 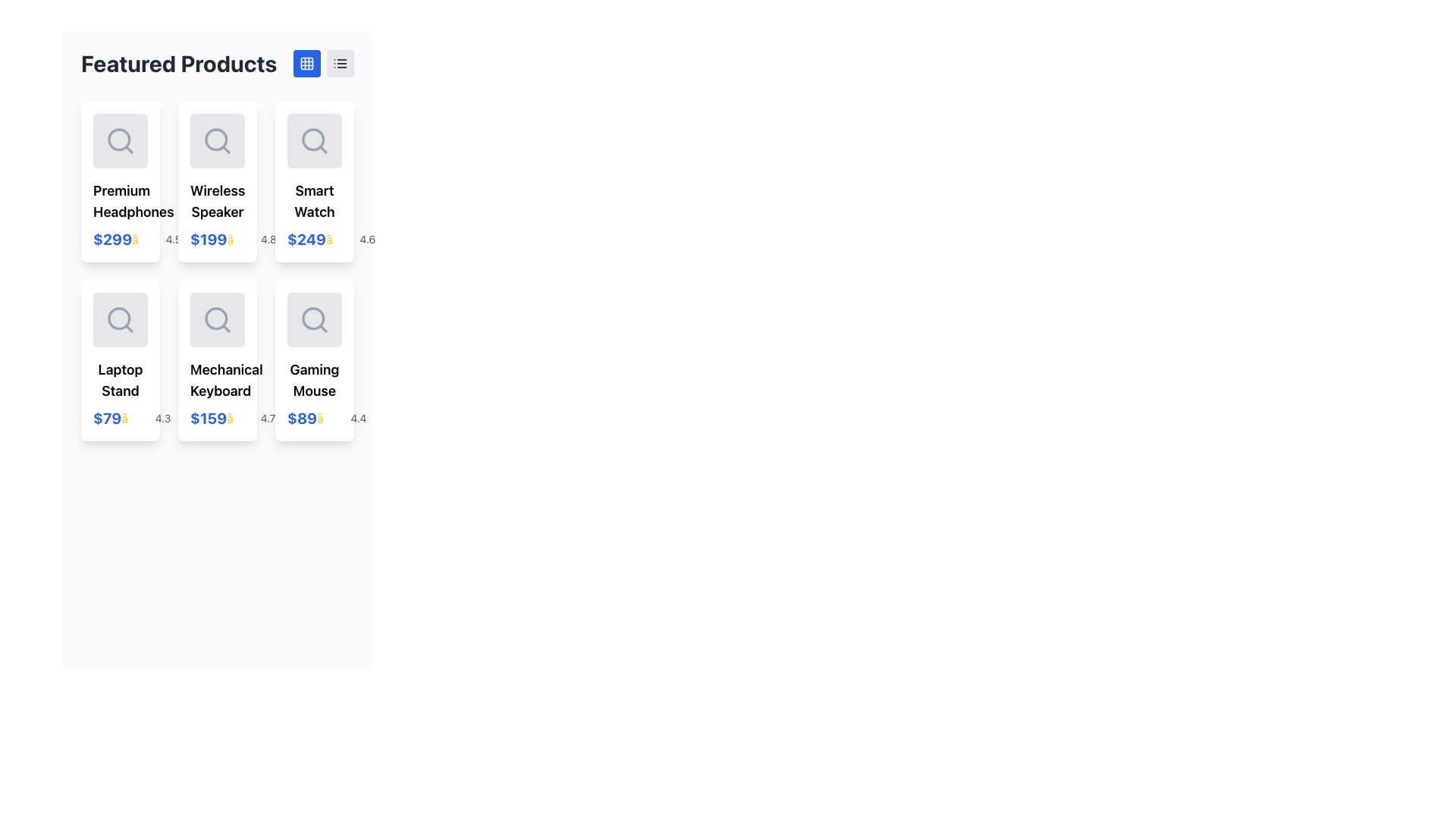 I want to click on displayed price text of the 'Mechanical Keyboard' product located in the second row, second column of the product grid, above the rating information, so click(x=208, y=418).